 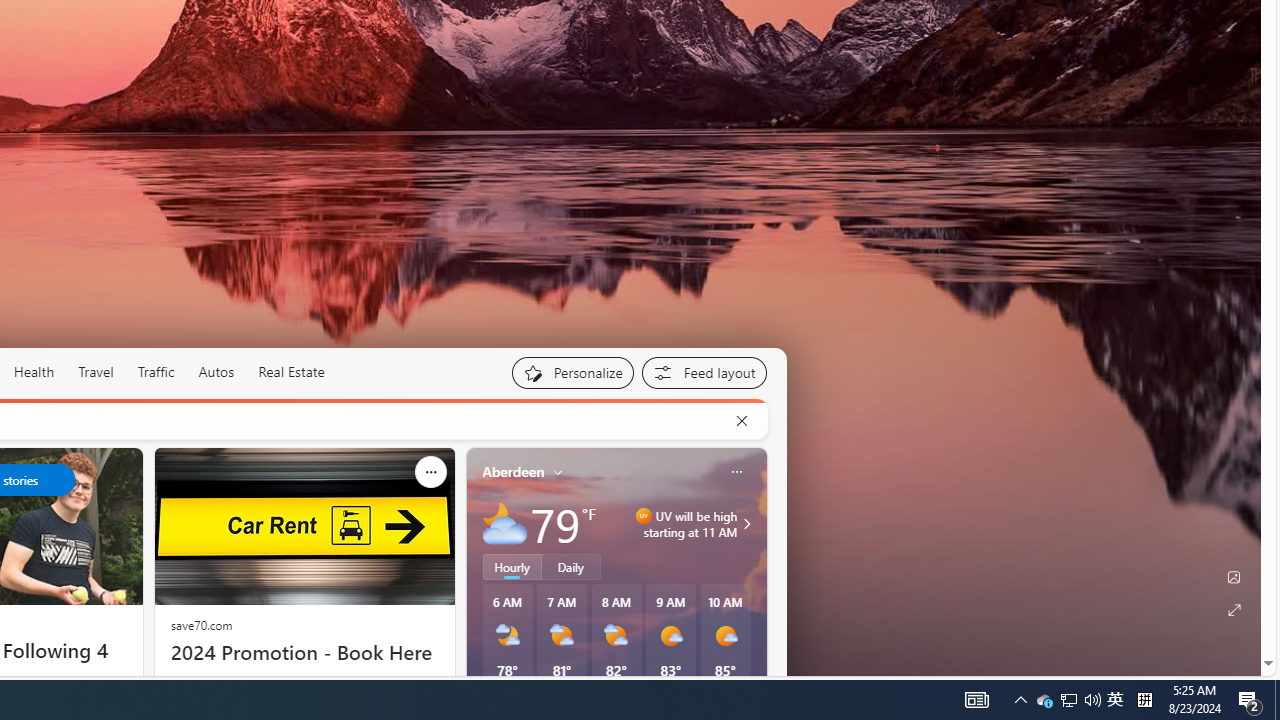 I want to click on 'Traffic', so click(x=154, y=371).